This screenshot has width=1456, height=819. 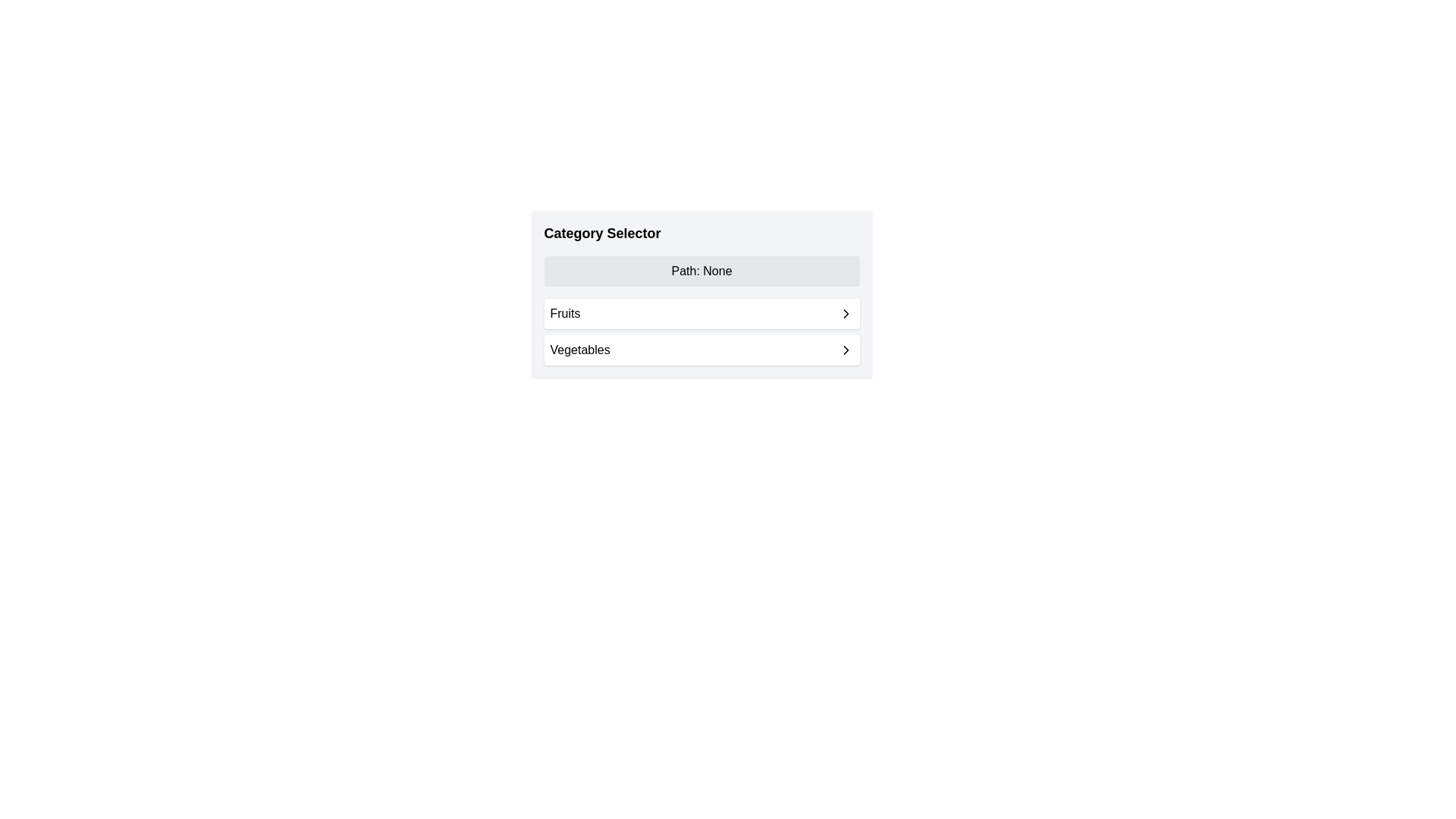 I want to click on the 'Vegetables' category button located under the 'Category Selector' title, which is the second option below 'Fruits', so click(x=701, y=350).